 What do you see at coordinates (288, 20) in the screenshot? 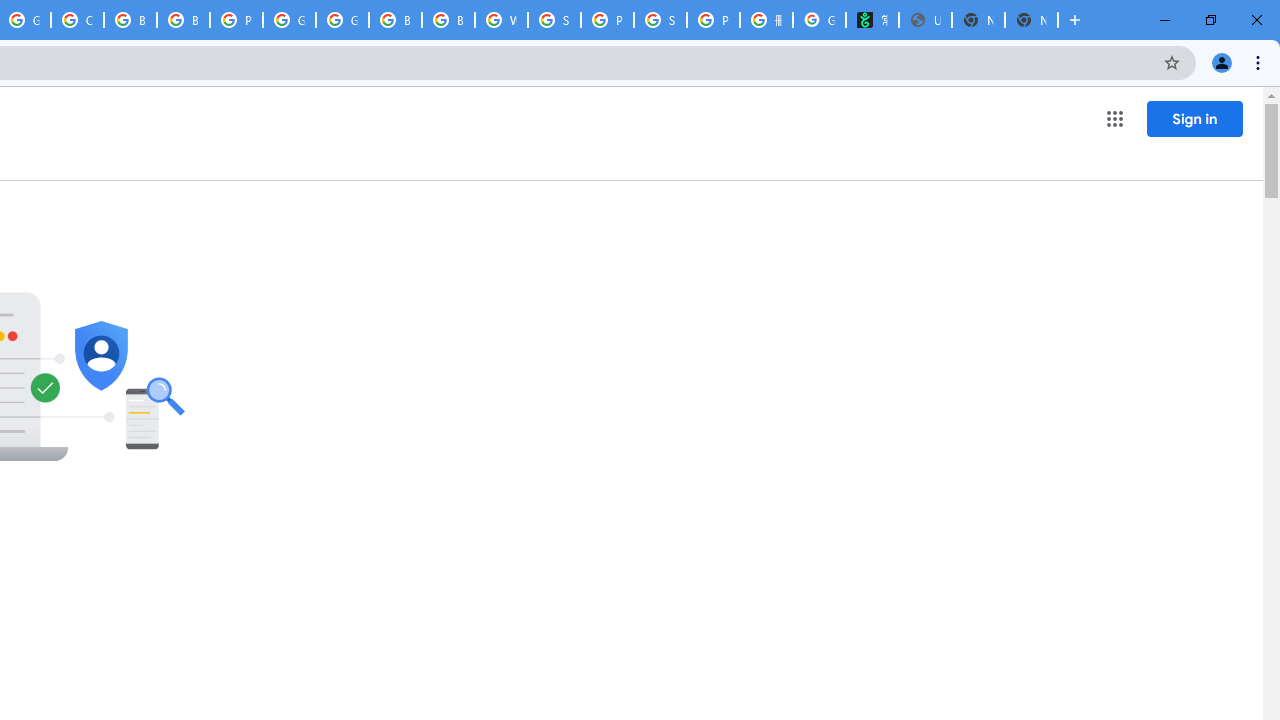
I see `'Google Cloud Platform'` at bounding box center [288, 20].